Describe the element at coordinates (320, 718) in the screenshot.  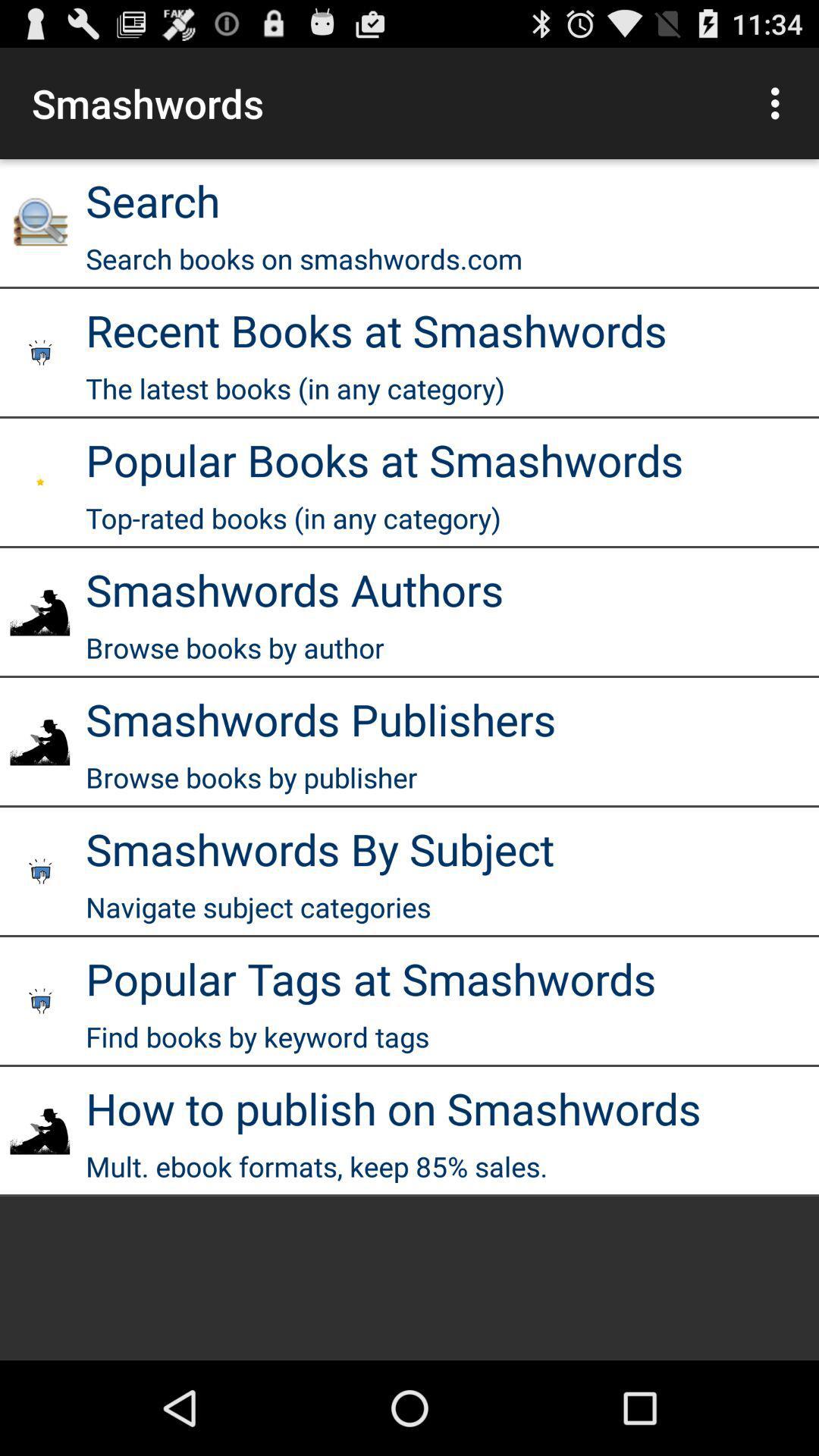
I see `the smashwords publishers icon` at that location.